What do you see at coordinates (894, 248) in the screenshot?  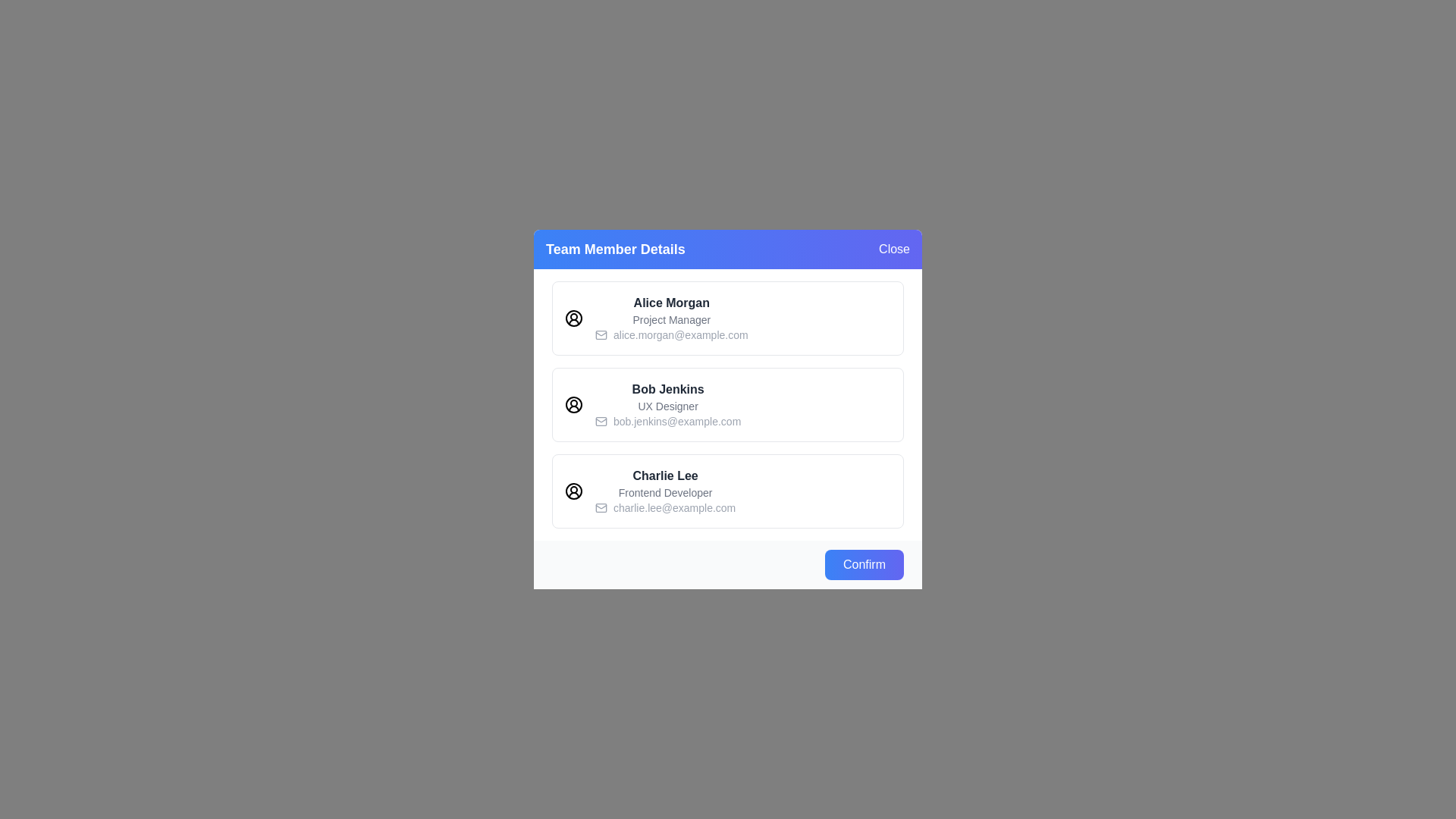 I see `the 'Close' button located in the top-right corner of the blue header bar` at bounding box center [894, 248].